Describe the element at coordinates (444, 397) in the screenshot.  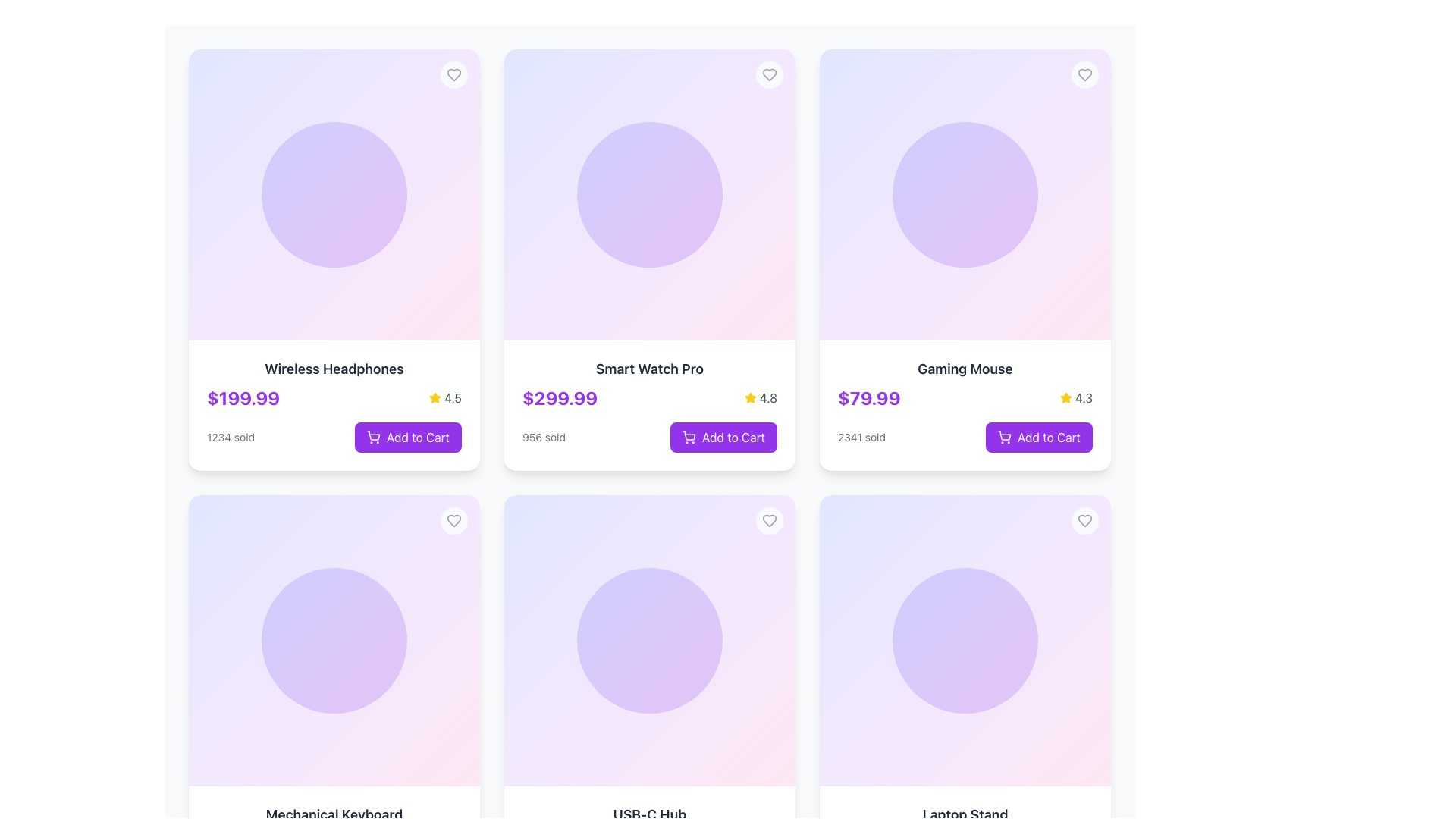
I see `the rating indicator displaying a yellow star icon and the text '4.5' located under the product name 'Wireless Headphones' and to the right of the price '$199.99'` at that location.